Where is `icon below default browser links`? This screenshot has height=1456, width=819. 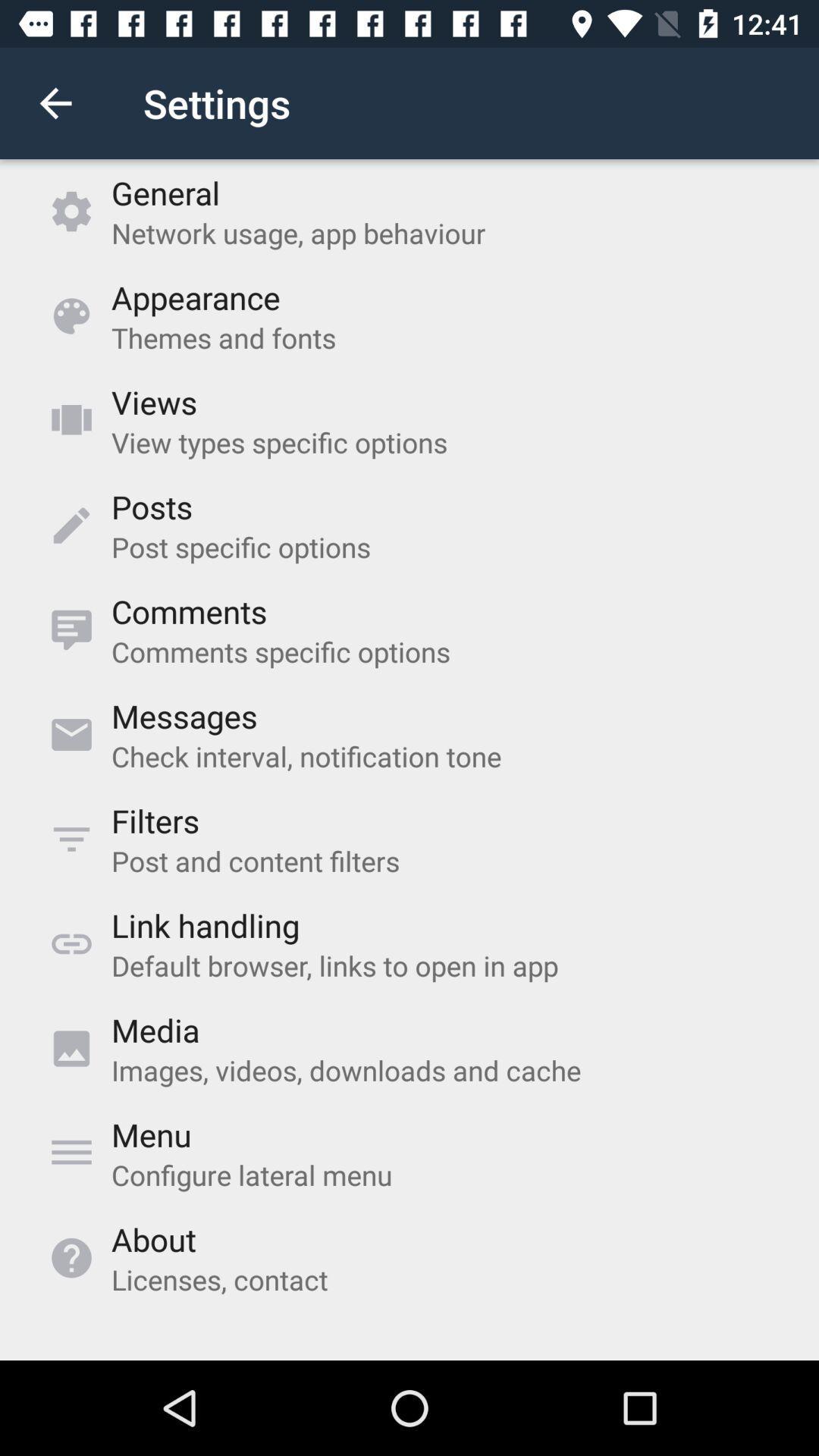
icon below default browser links is located at coordinates (155, 1030).